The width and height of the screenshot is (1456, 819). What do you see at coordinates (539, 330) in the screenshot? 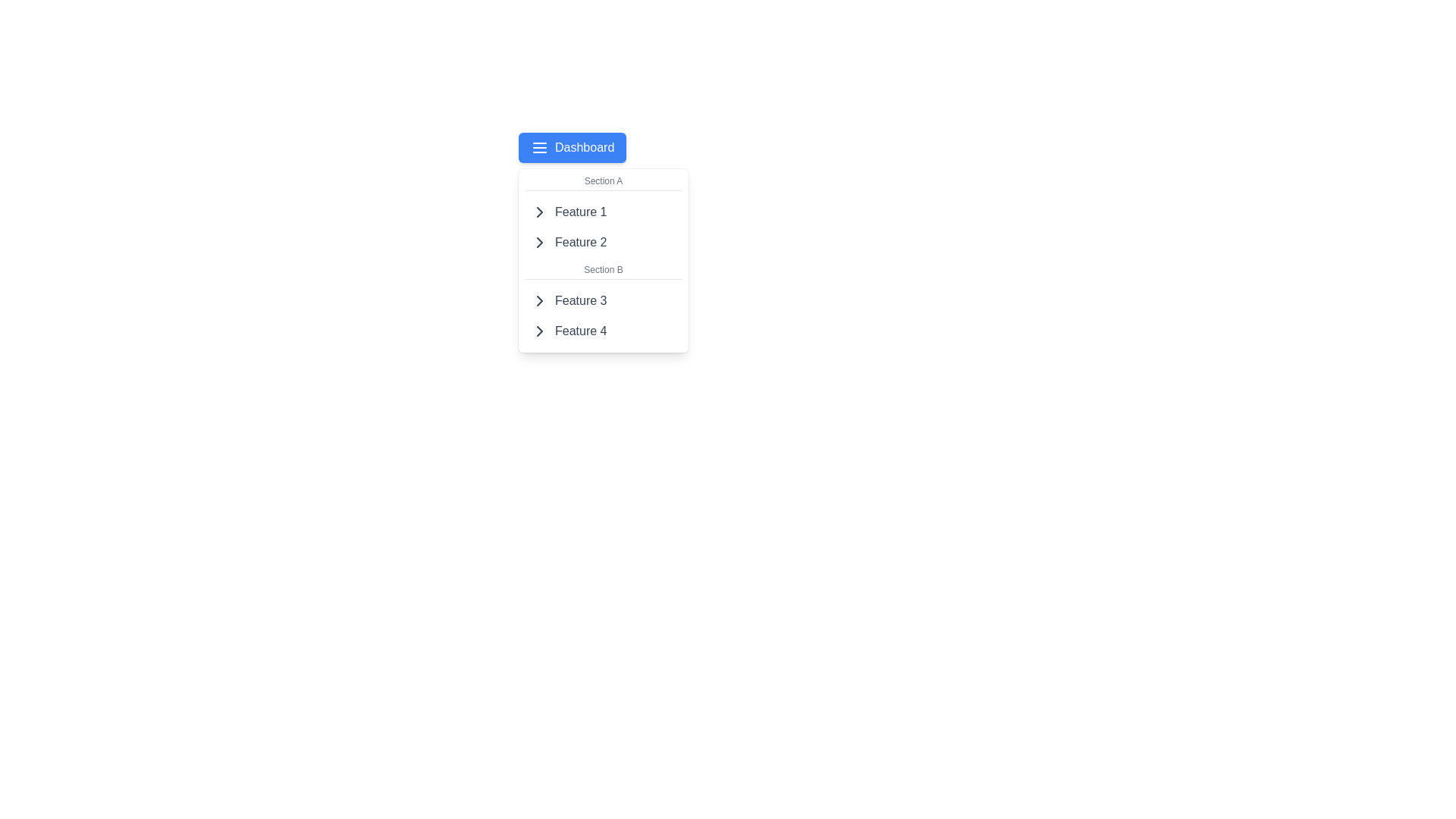
I see `the chevron icon associated with the 'Feature 4' label` at bounding box center [539, 330].